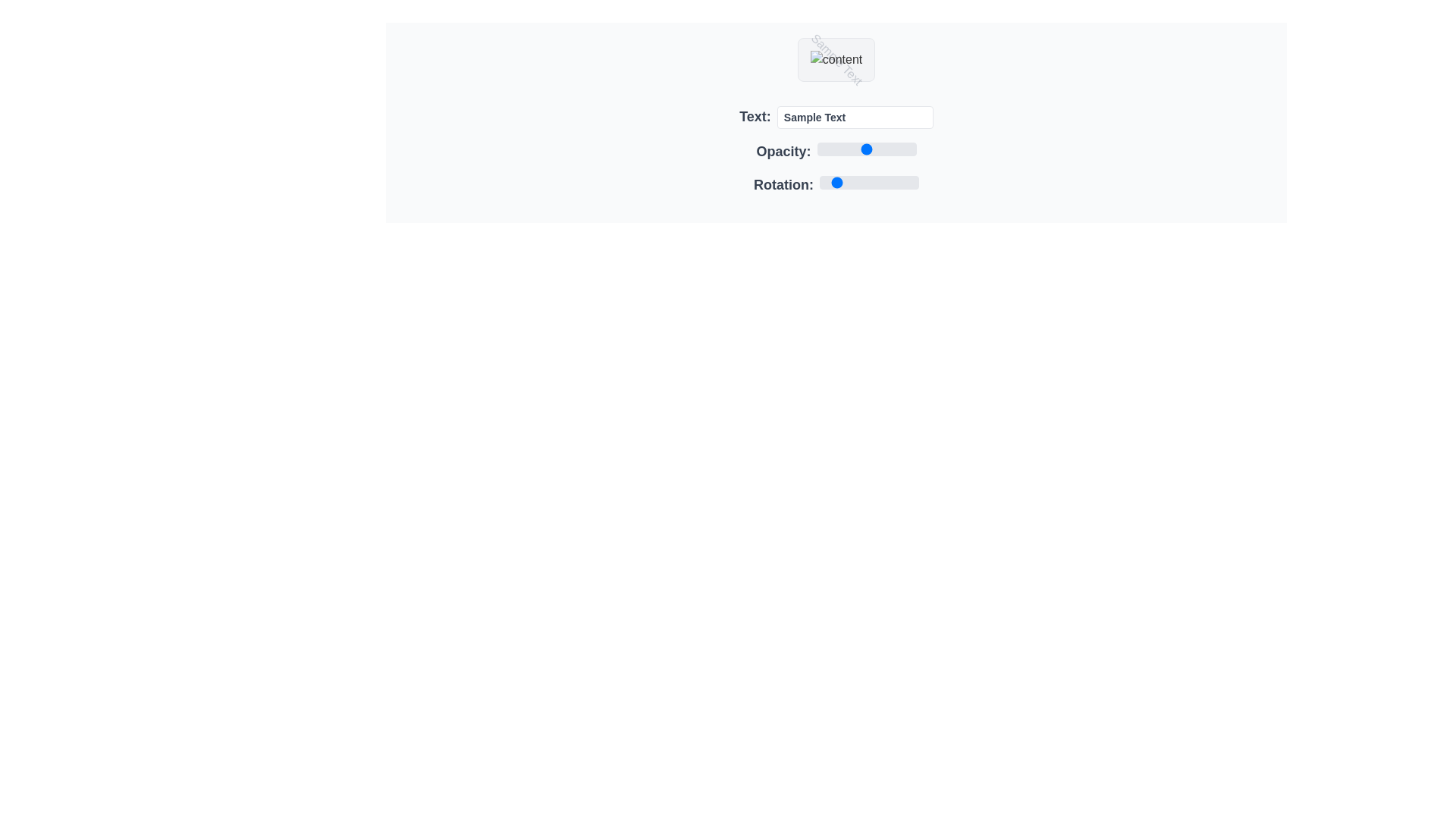 The width and height of the screenshot is (1456, 819). What do you see at coordinates (840, 181) in the screenshot?
I see `the rotation slider` at bounding box center [840, 181].